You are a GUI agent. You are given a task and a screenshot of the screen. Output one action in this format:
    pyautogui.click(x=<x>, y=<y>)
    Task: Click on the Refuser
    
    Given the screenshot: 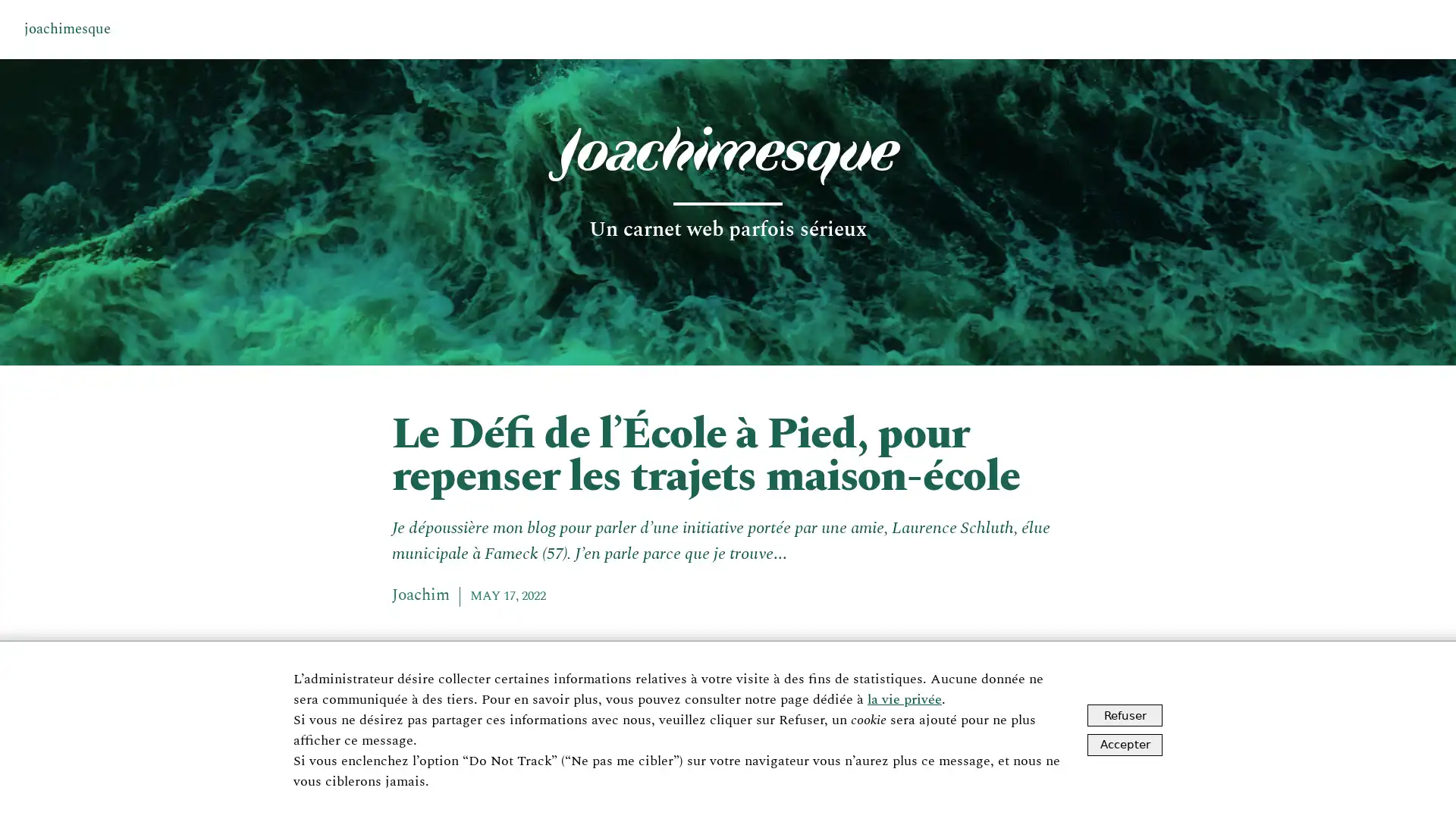 What is the action you would take?
    pyautogui.click(x=1125, y=715)
    